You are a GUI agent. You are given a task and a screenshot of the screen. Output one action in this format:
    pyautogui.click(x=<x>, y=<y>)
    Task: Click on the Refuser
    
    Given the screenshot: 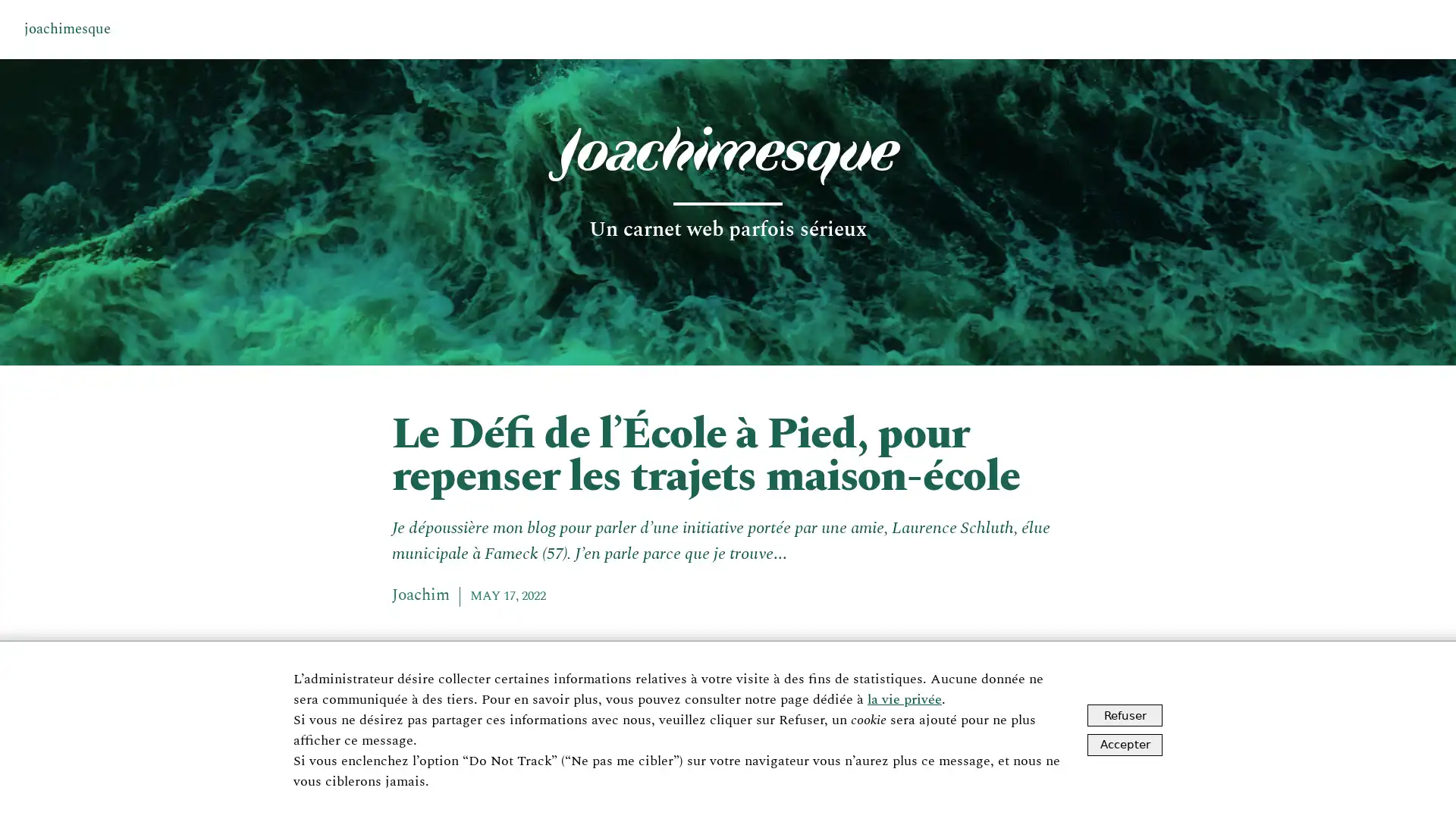 What is the action you would take?
    pyautogui.click(x=1125, y=715)
    